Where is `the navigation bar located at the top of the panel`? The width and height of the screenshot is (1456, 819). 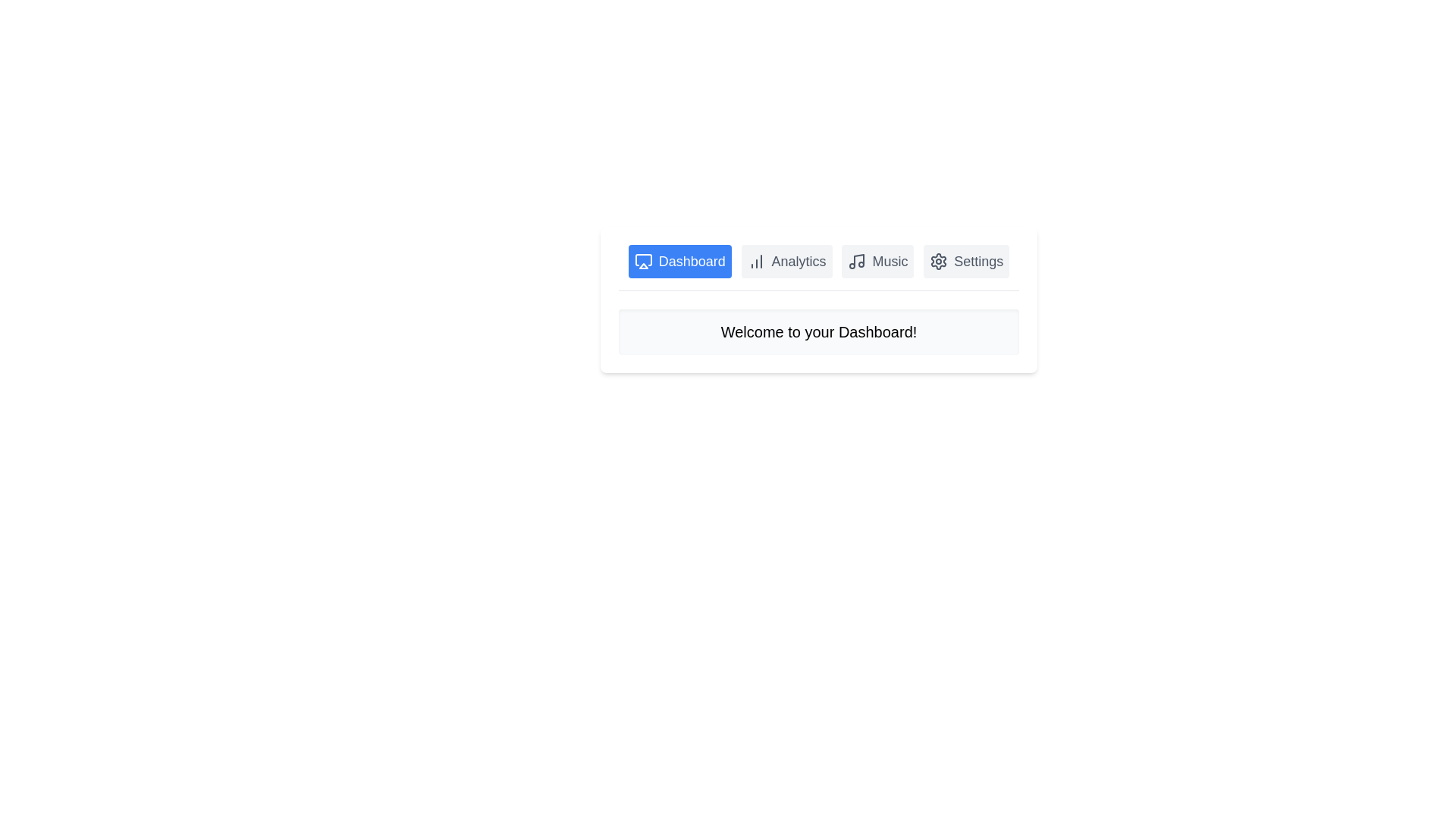
the navigation bar located at the top of the panel is located at coordinates (818, 267).